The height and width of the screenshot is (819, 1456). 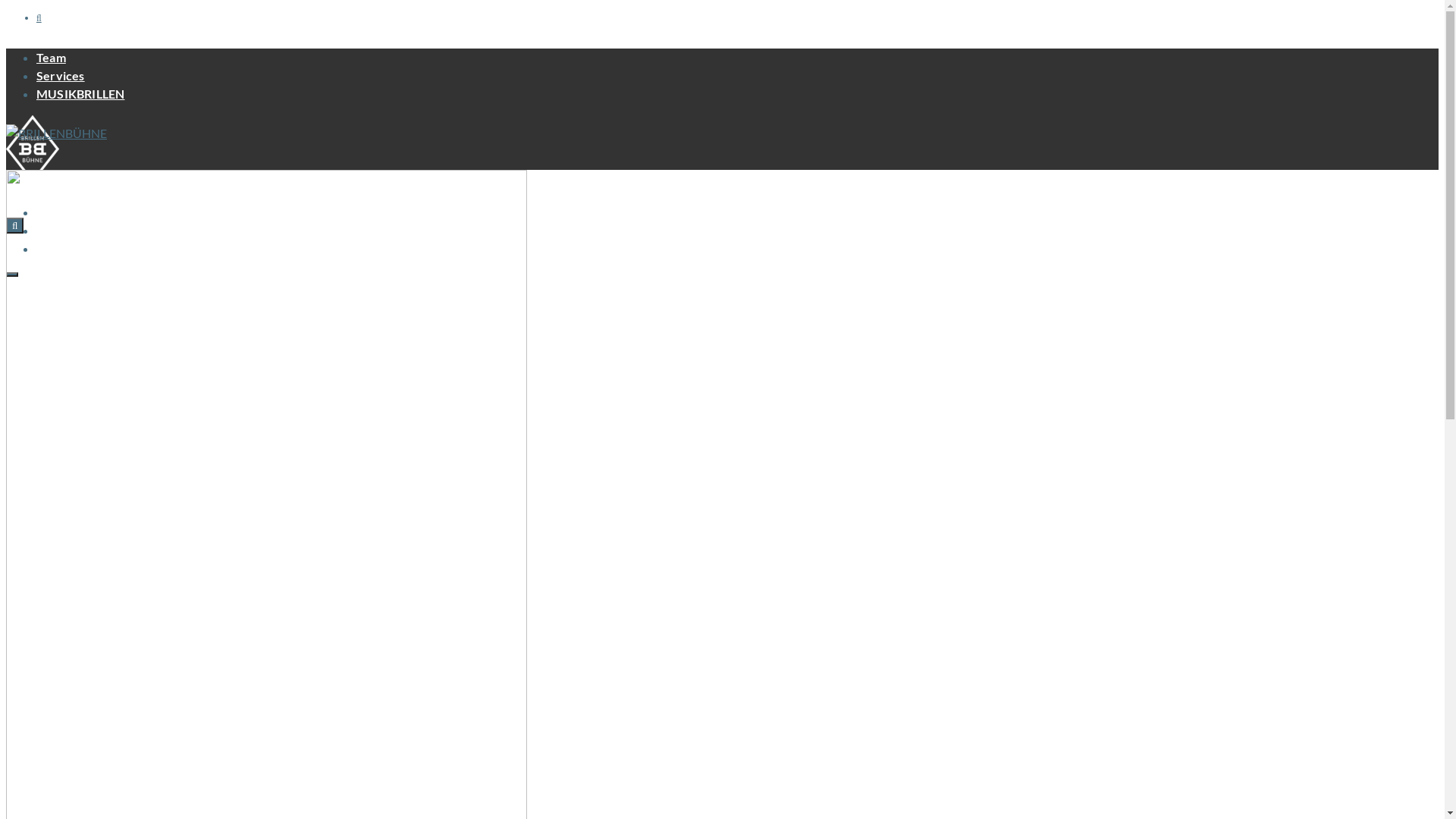 I want to click on 'Events', so click(x=55, y=212).